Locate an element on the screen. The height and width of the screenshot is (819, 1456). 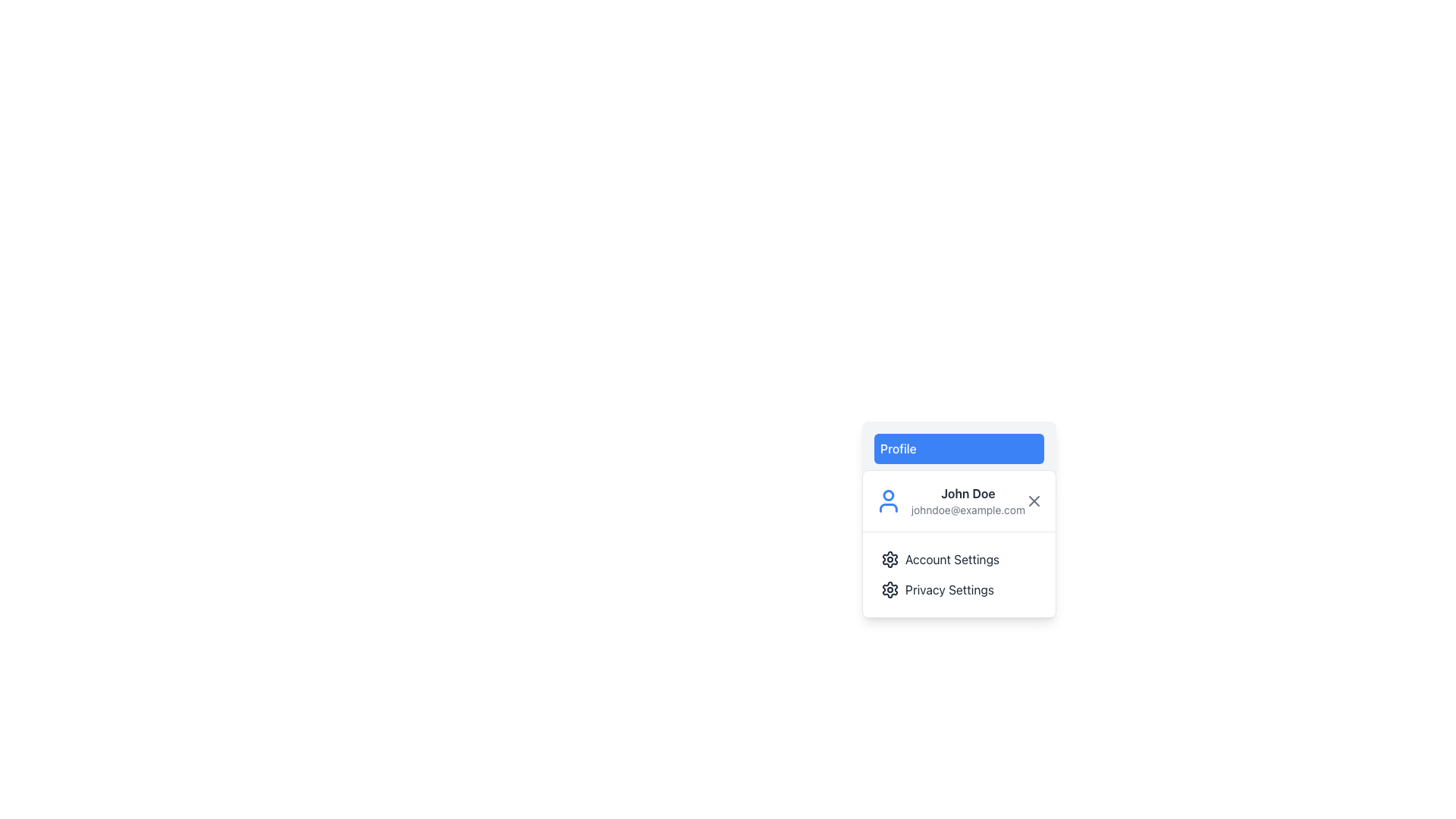
displayed text from the user profile identifier located in the dropdown menu at the top-right of the interface, which shows the name and email address of the logged-in user is located at coordinates (967, 500).